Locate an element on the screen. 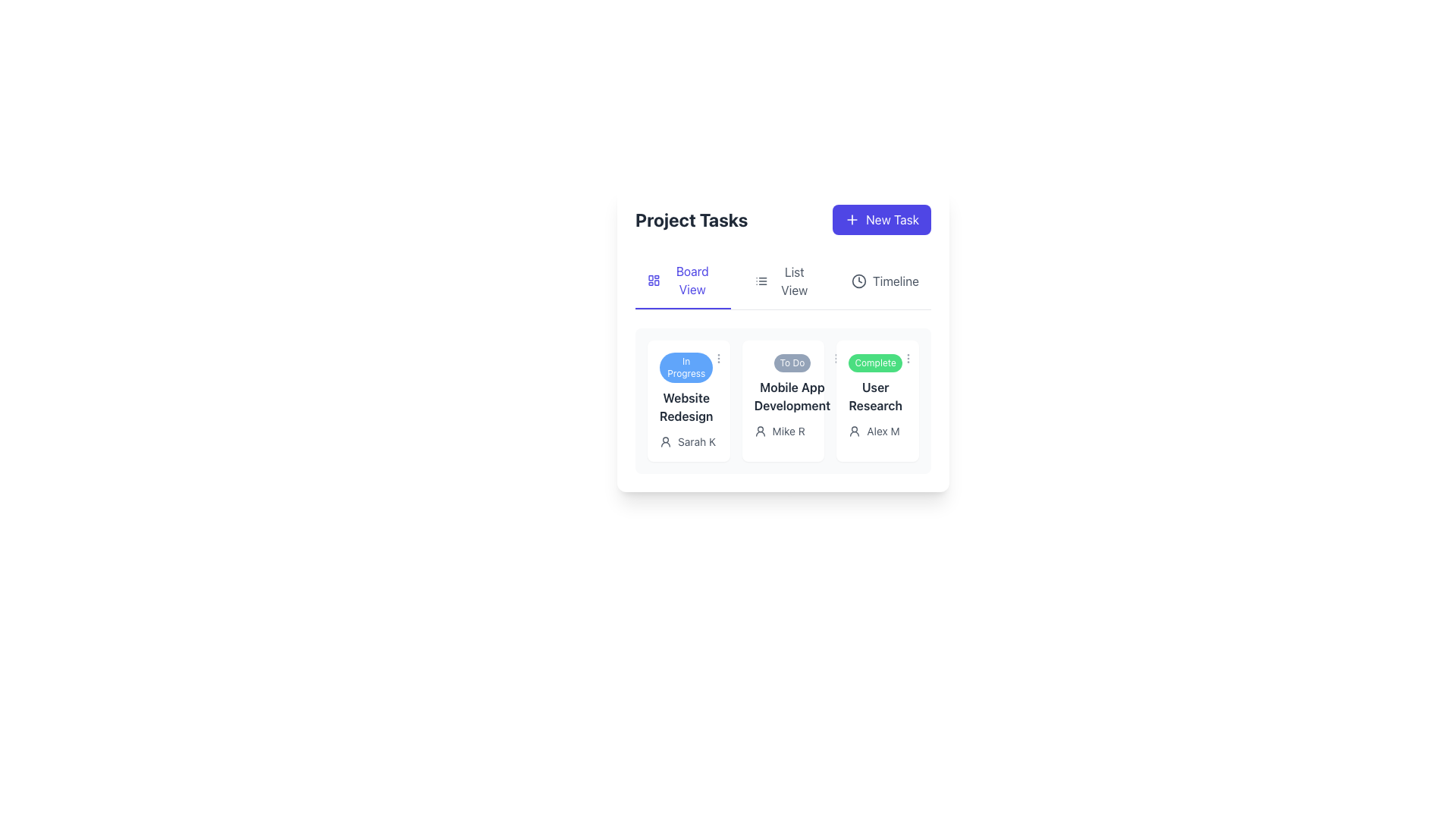 Image resolution: width=1456 pixels, height=819 pixels. the 'Timeline' button, which is the third button in a segmented navigation selector for 'Project Tasks' is located at coordinates (885, 281).